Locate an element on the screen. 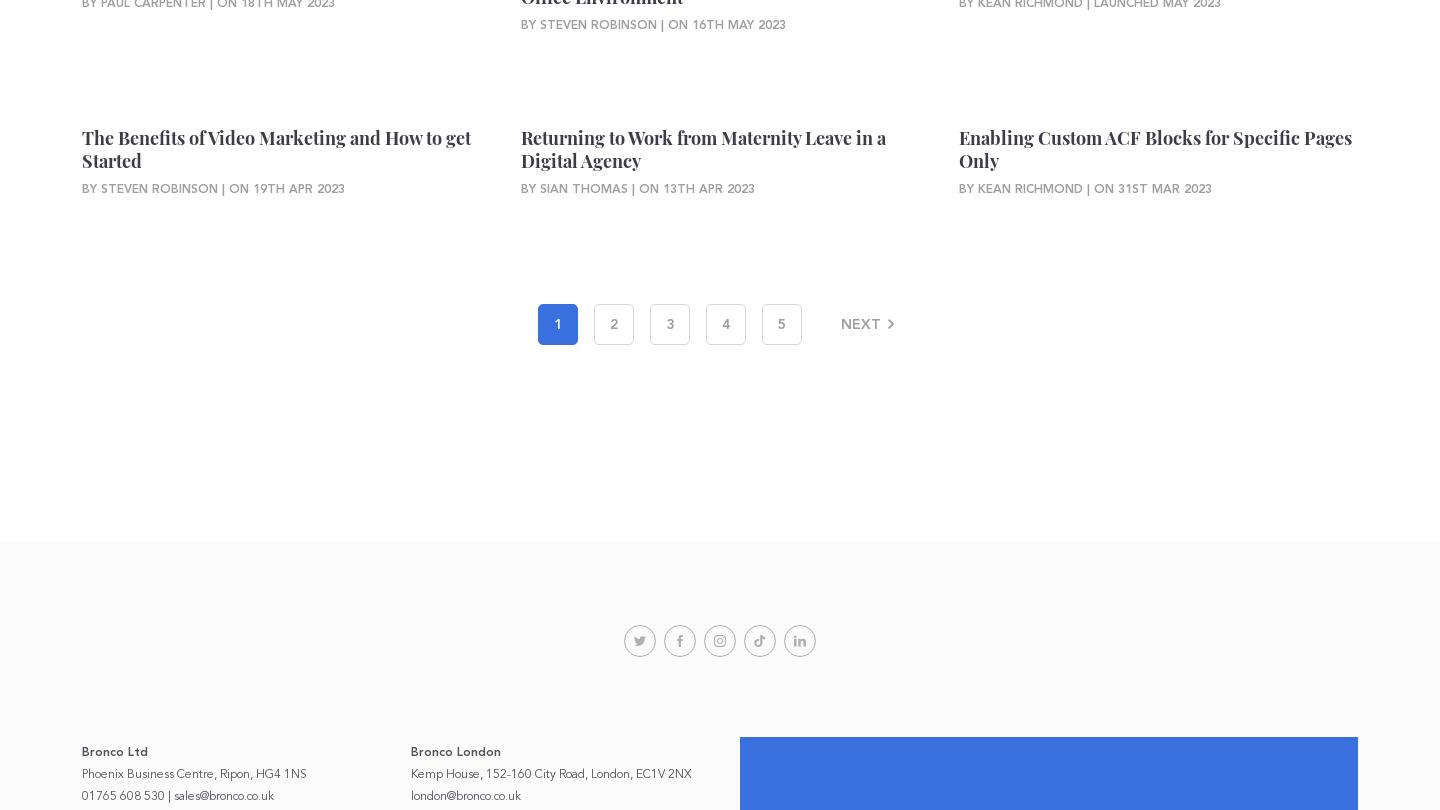  'london@bronco.co.uk' is located at coordinates (408, 794).